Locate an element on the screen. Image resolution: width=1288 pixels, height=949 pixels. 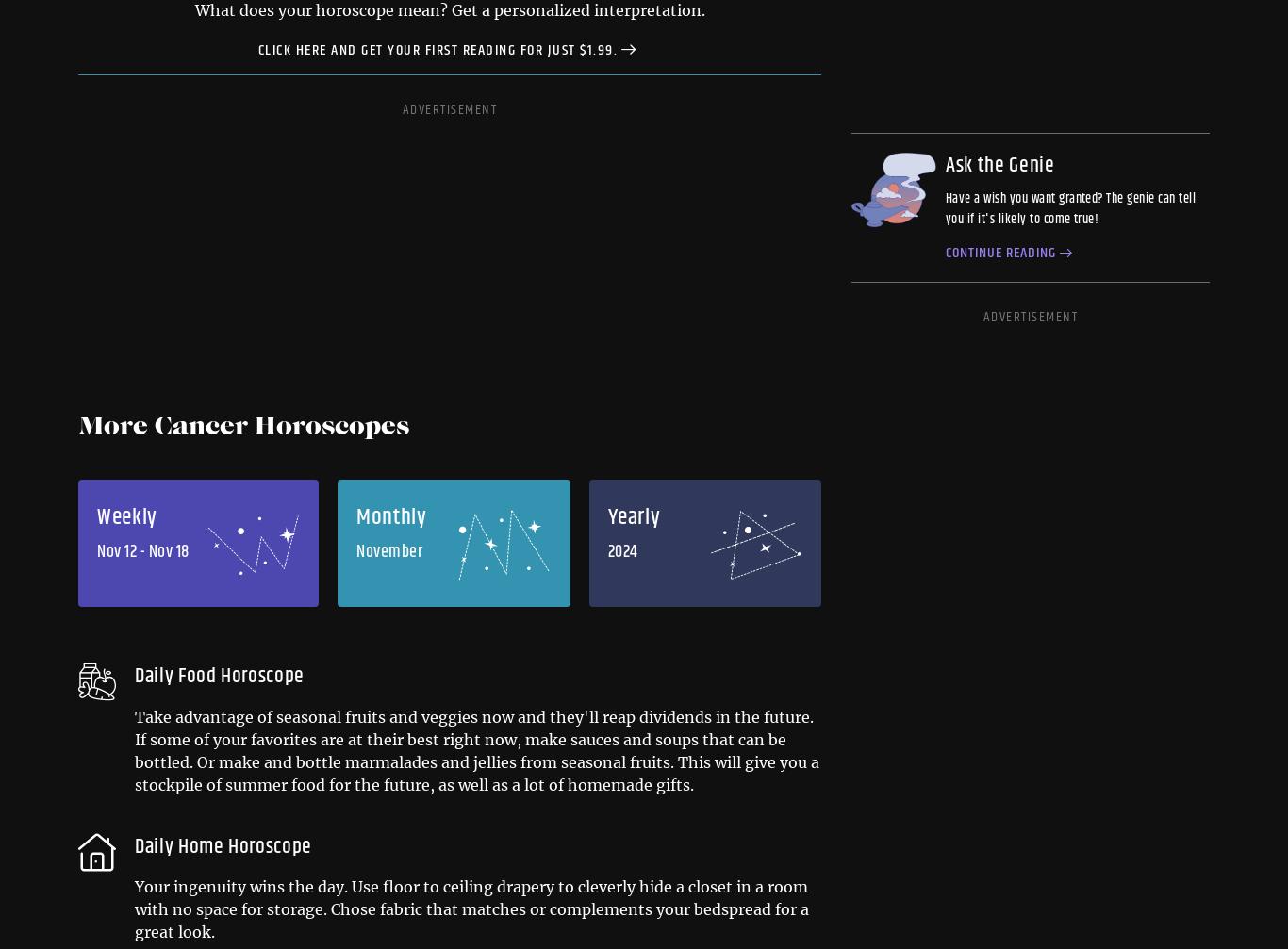
'Weekly' is located at coordinates (125, 516).